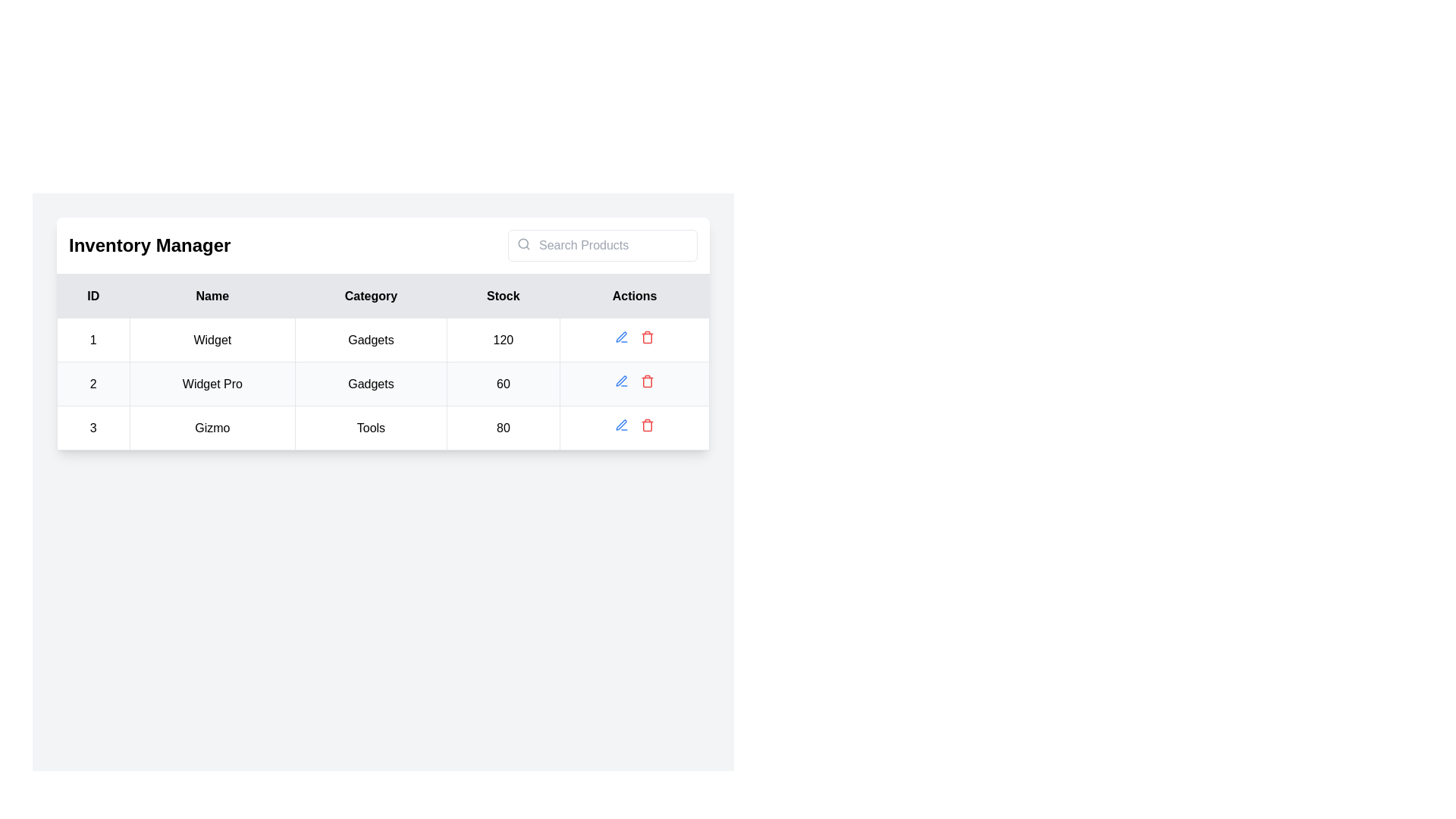 The height and width of the screenshot is (819, 1456). I want to click on the product name text located in the second column of the inventory management table in the first row, so click(212, 339).